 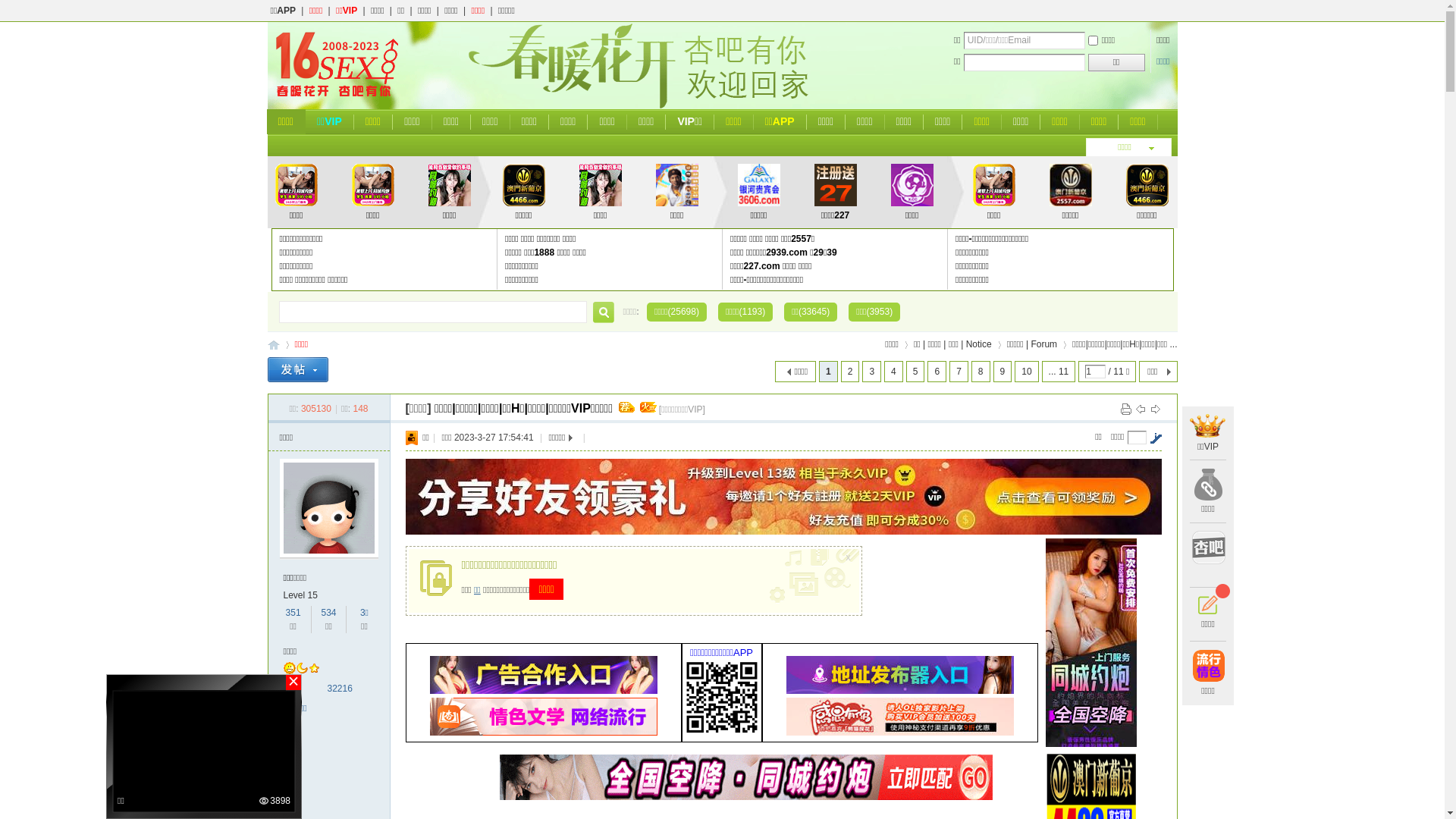 I want to click on '534', so click(x=319, y=611).